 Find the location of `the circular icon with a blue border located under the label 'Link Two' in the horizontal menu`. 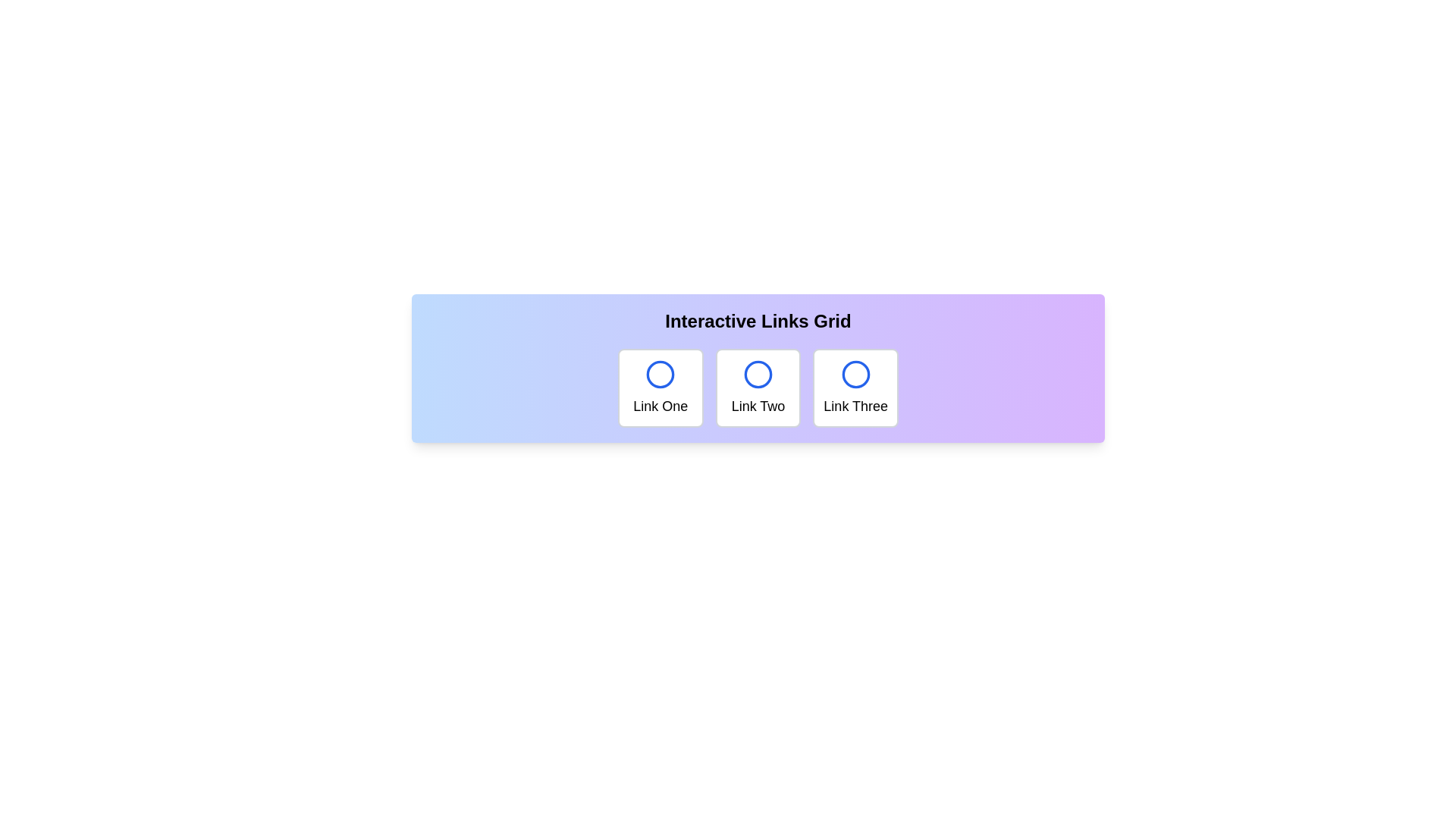

the circular icon with a blue border located under the label 'Link Two' in the horizontal menu is located at coordinates (758, 374).